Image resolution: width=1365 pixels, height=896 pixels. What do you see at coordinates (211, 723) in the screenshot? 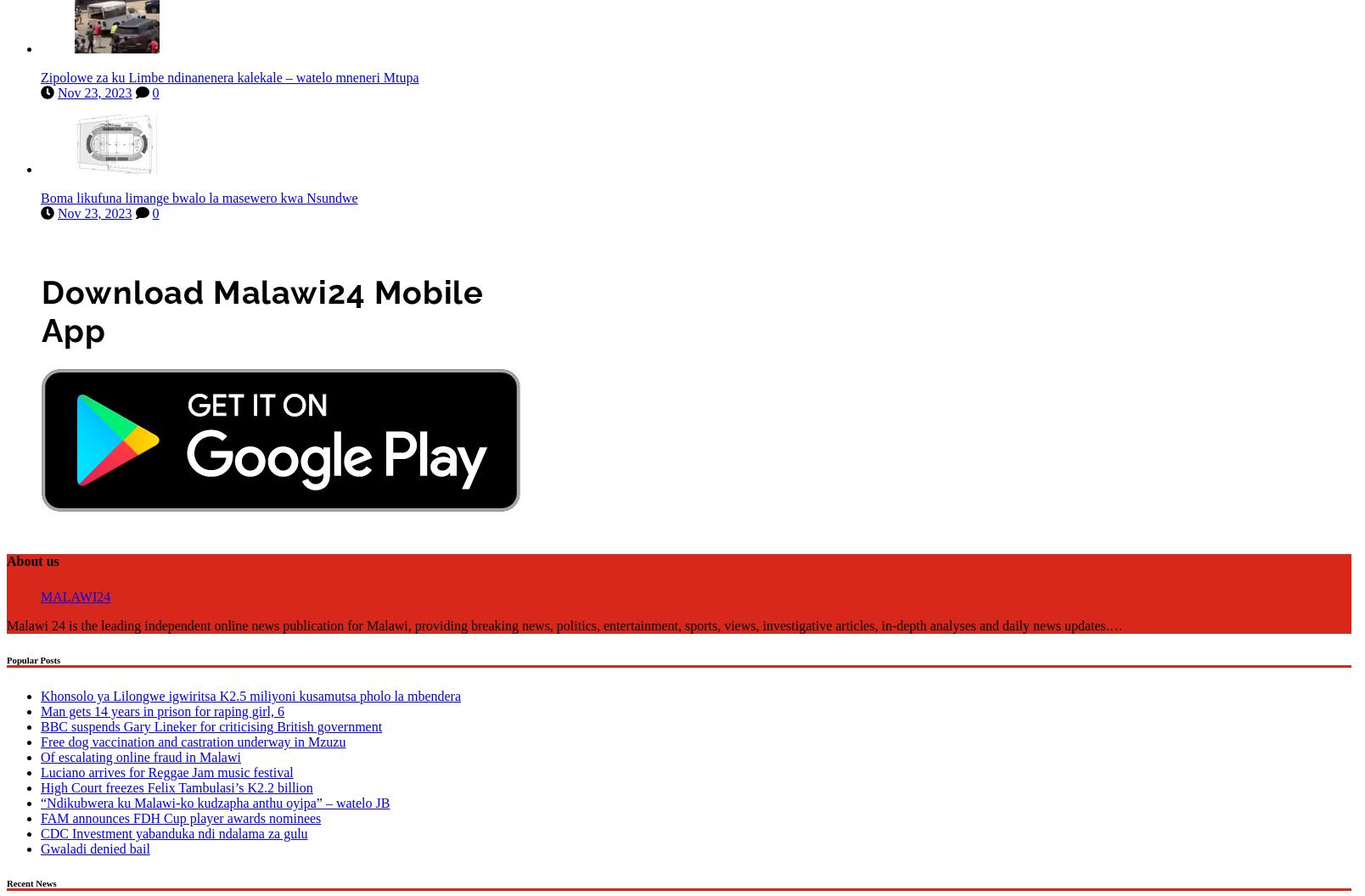
I see `'BBC suspends Gary Lineker for criticising British government'` at bounding box center [211, 723].